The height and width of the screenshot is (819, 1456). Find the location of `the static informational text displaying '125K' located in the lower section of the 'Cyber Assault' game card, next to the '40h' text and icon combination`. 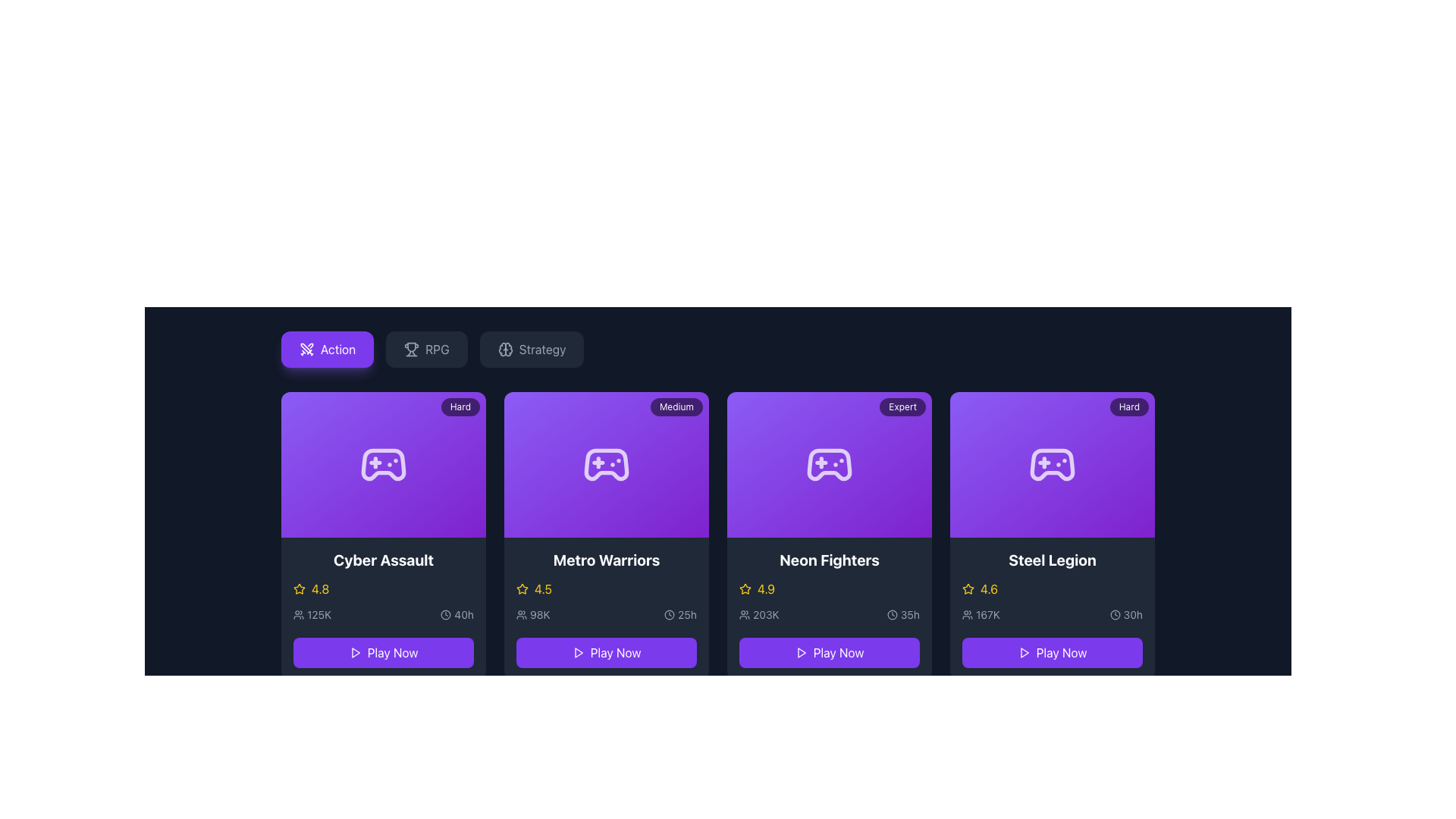

the static informational text displaying '125K' located in the lower section of the 'Cyber Assault' game card, next to the '40h' text and icon combination is located at coordinates (312, 614).